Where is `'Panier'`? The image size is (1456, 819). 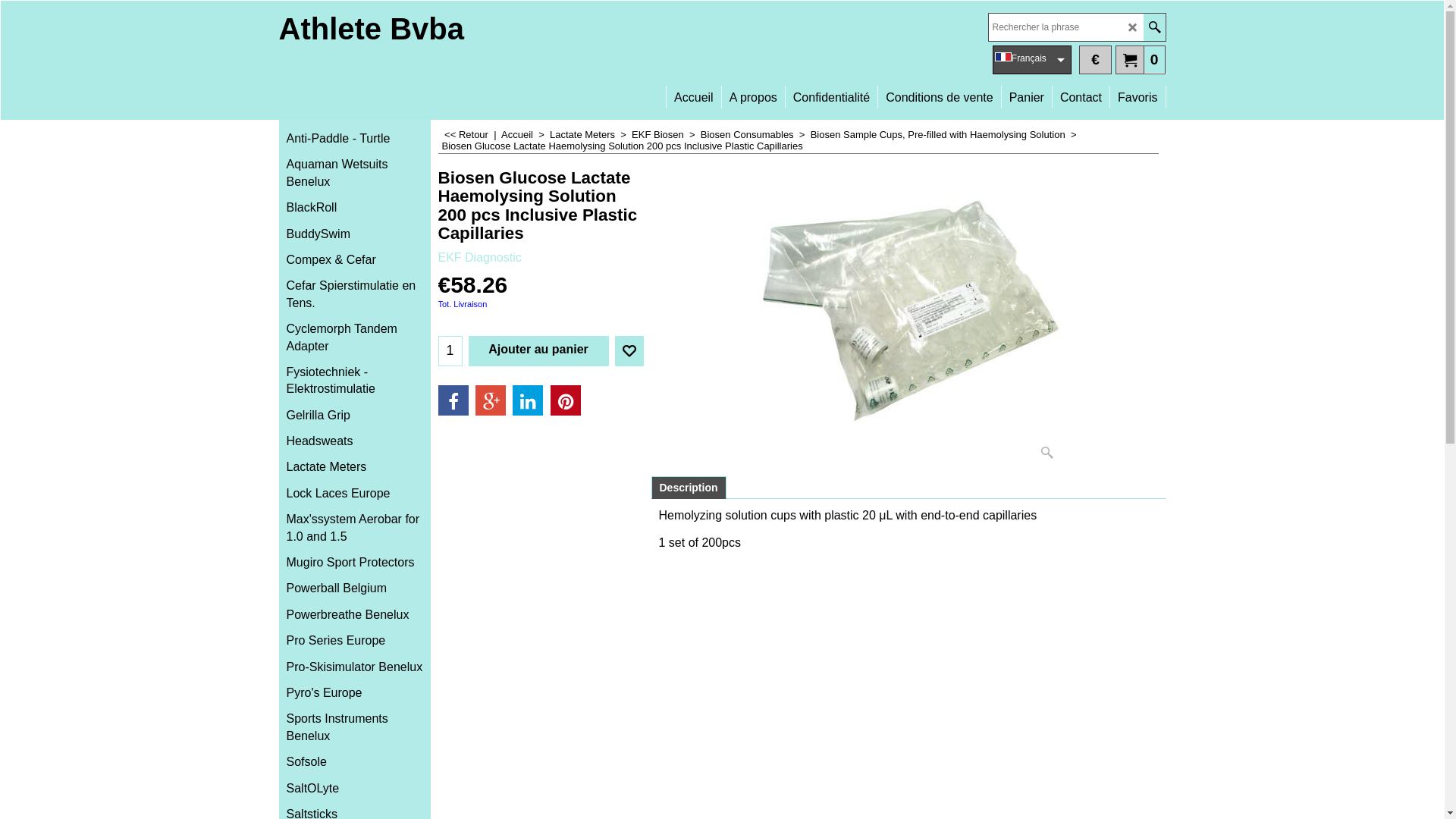 'Panier' is located at coordinates (1001, 90).